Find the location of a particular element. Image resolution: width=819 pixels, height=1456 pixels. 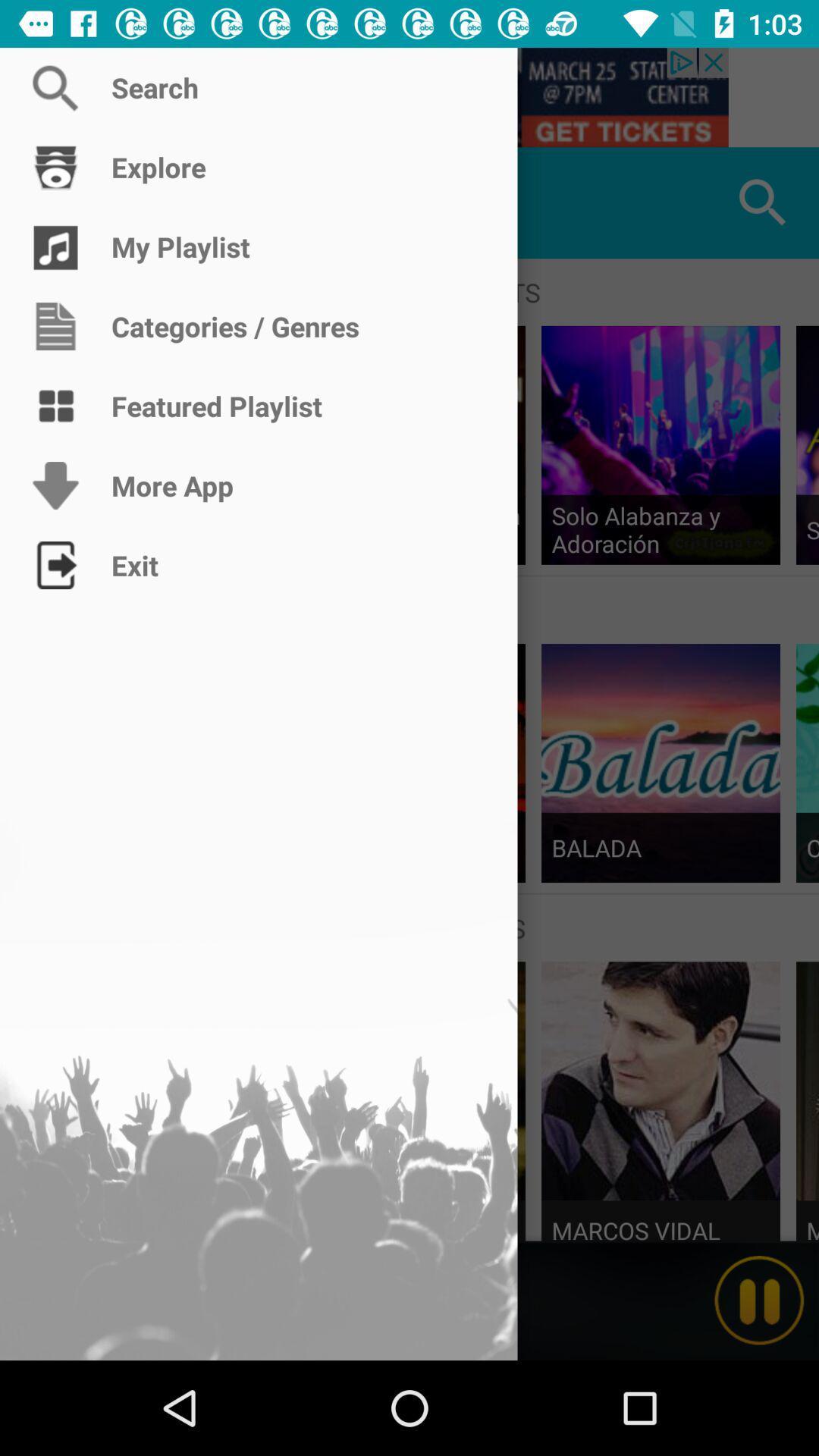

pause audio is located at coordinates (759, 1300).